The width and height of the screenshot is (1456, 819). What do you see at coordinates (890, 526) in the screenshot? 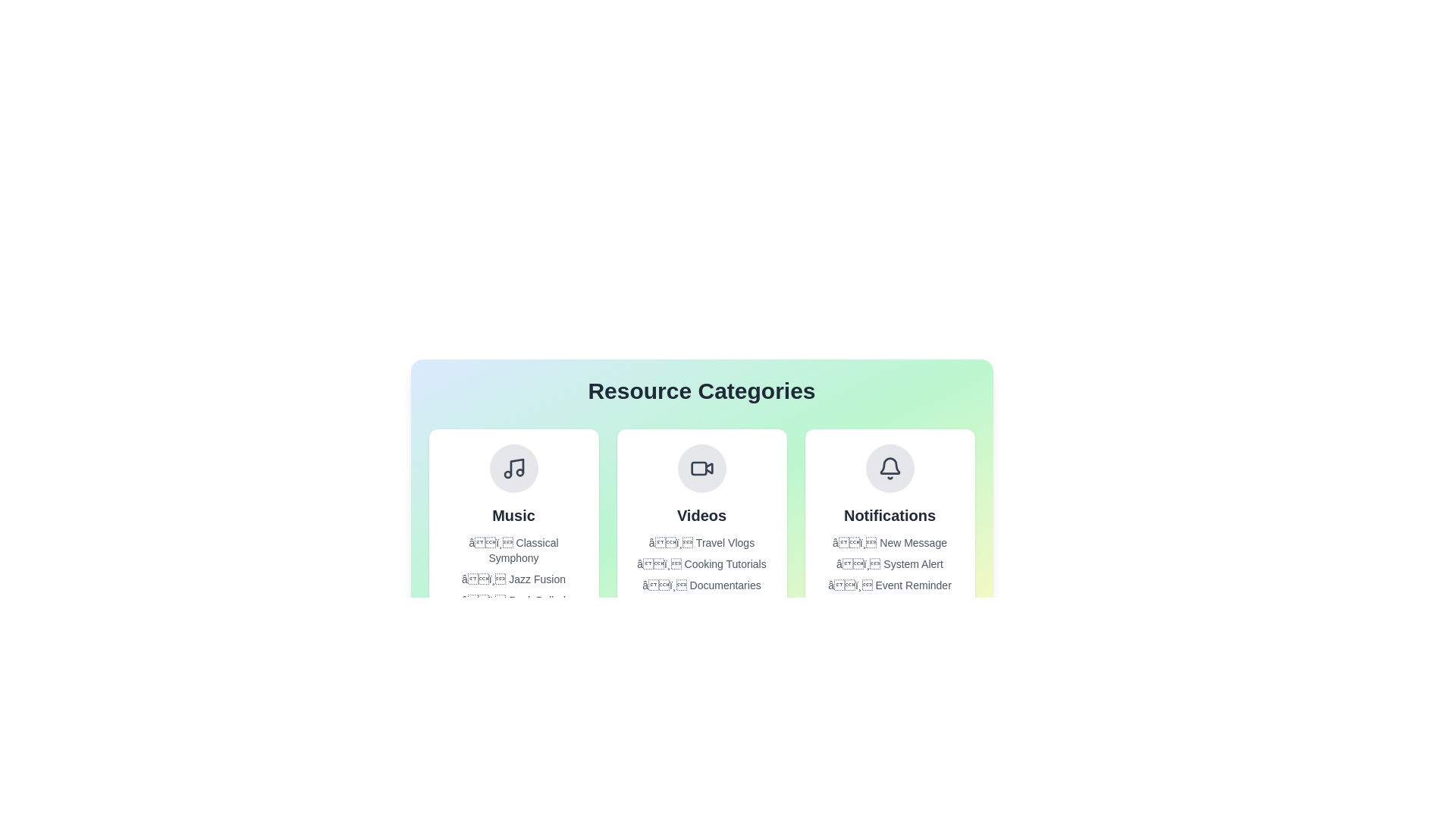
I see `the category panel for Notifications` at bounding box center [890, 526].